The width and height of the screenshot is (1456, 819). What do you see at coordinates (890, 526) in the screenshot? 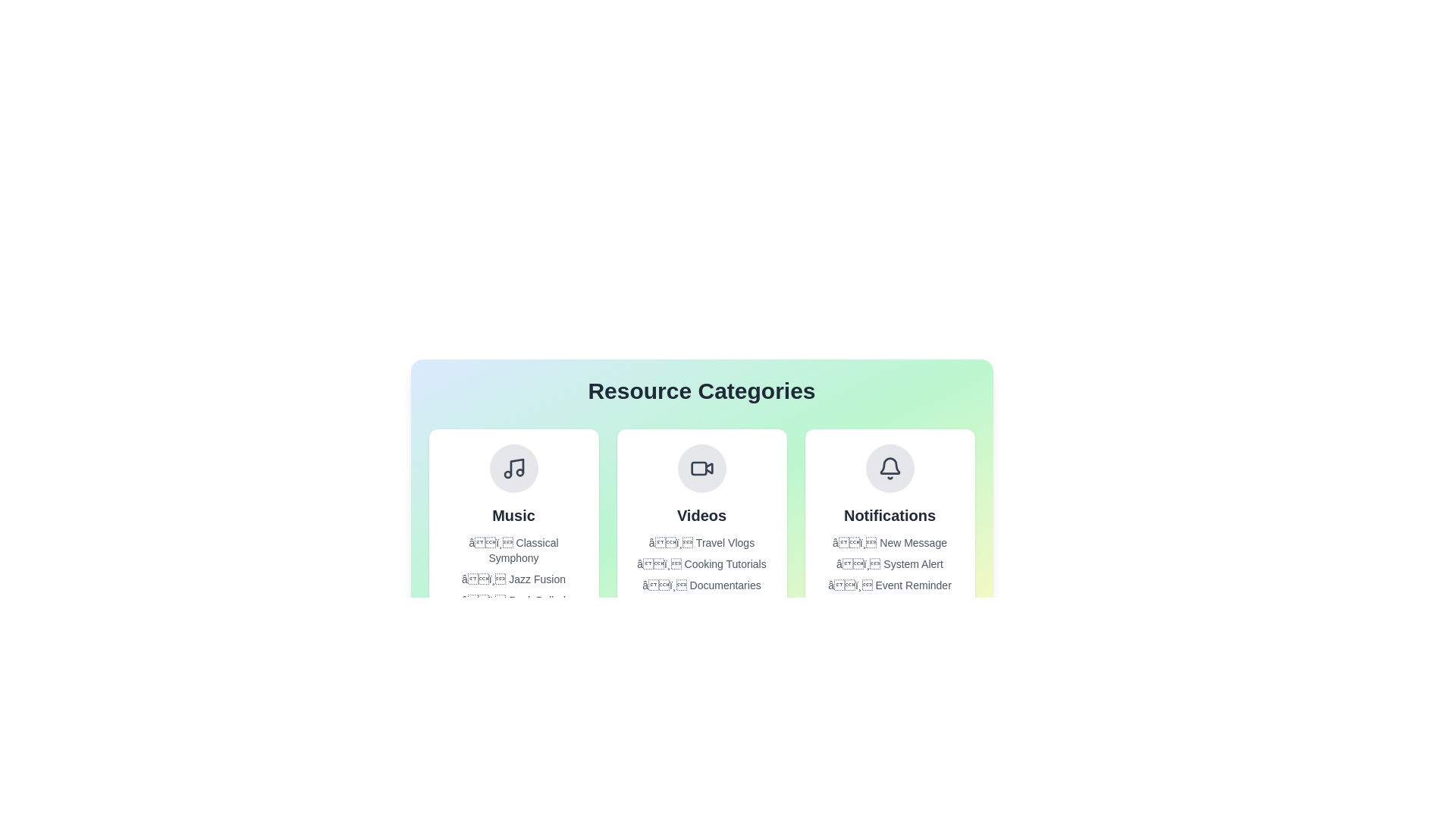
I see `the category panel for Notifications` at bounding box center [890, 526].